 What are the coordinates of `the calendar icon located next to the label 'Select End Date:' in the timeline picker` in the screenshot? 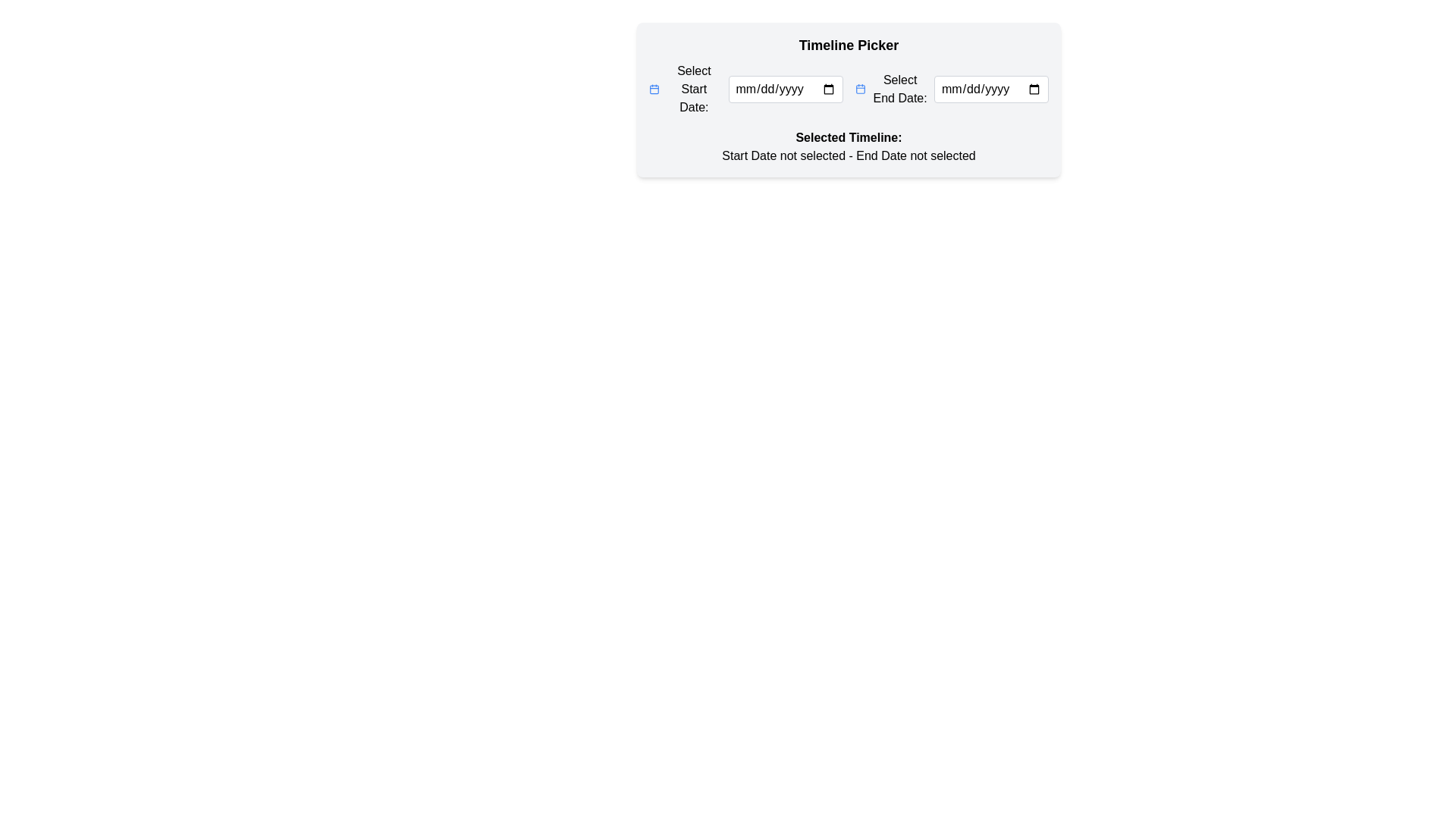 It's located at (859, 89).